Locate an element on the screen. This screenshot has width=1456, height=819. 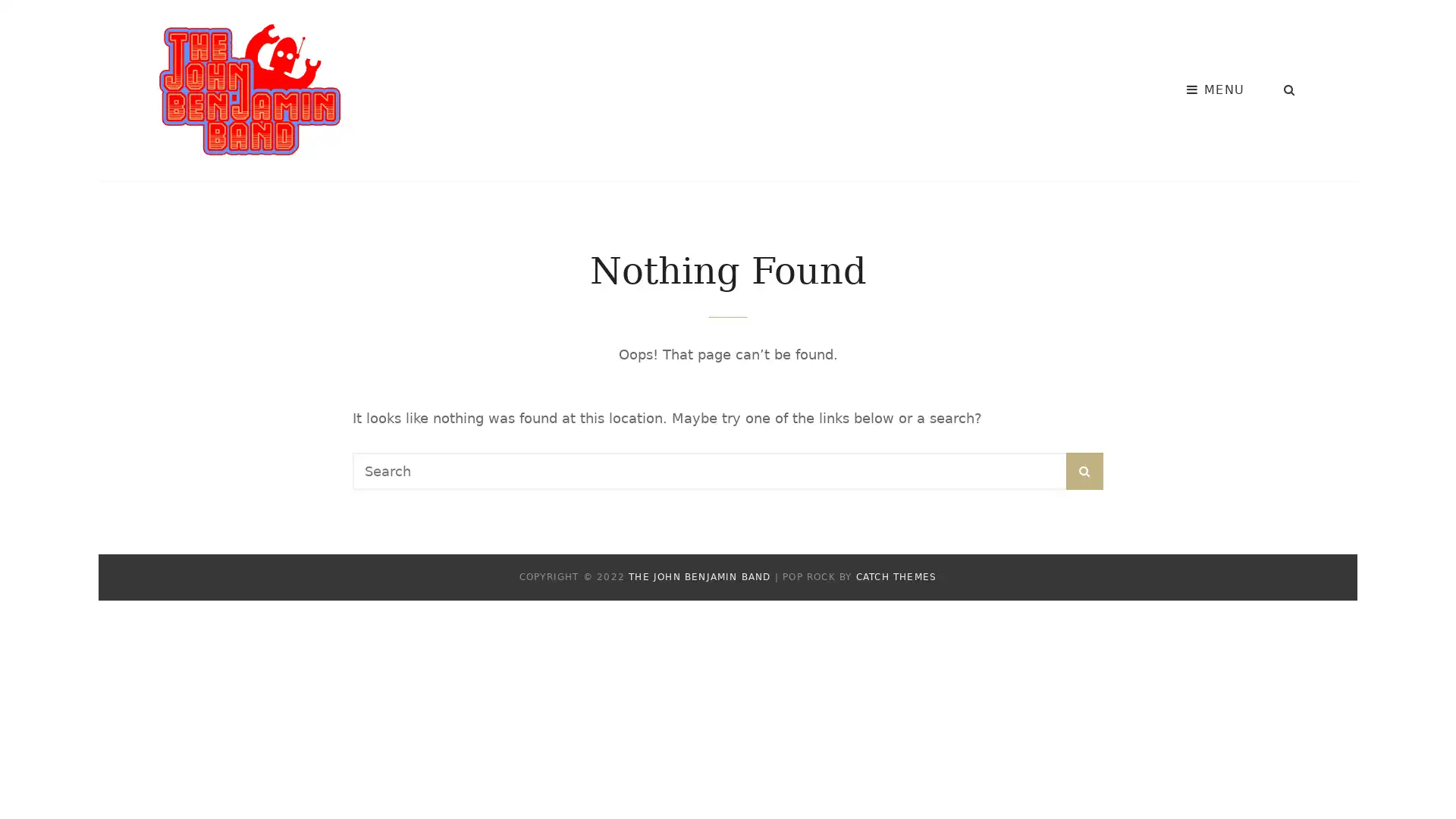
MENU is located at coordinates (1216, 89).